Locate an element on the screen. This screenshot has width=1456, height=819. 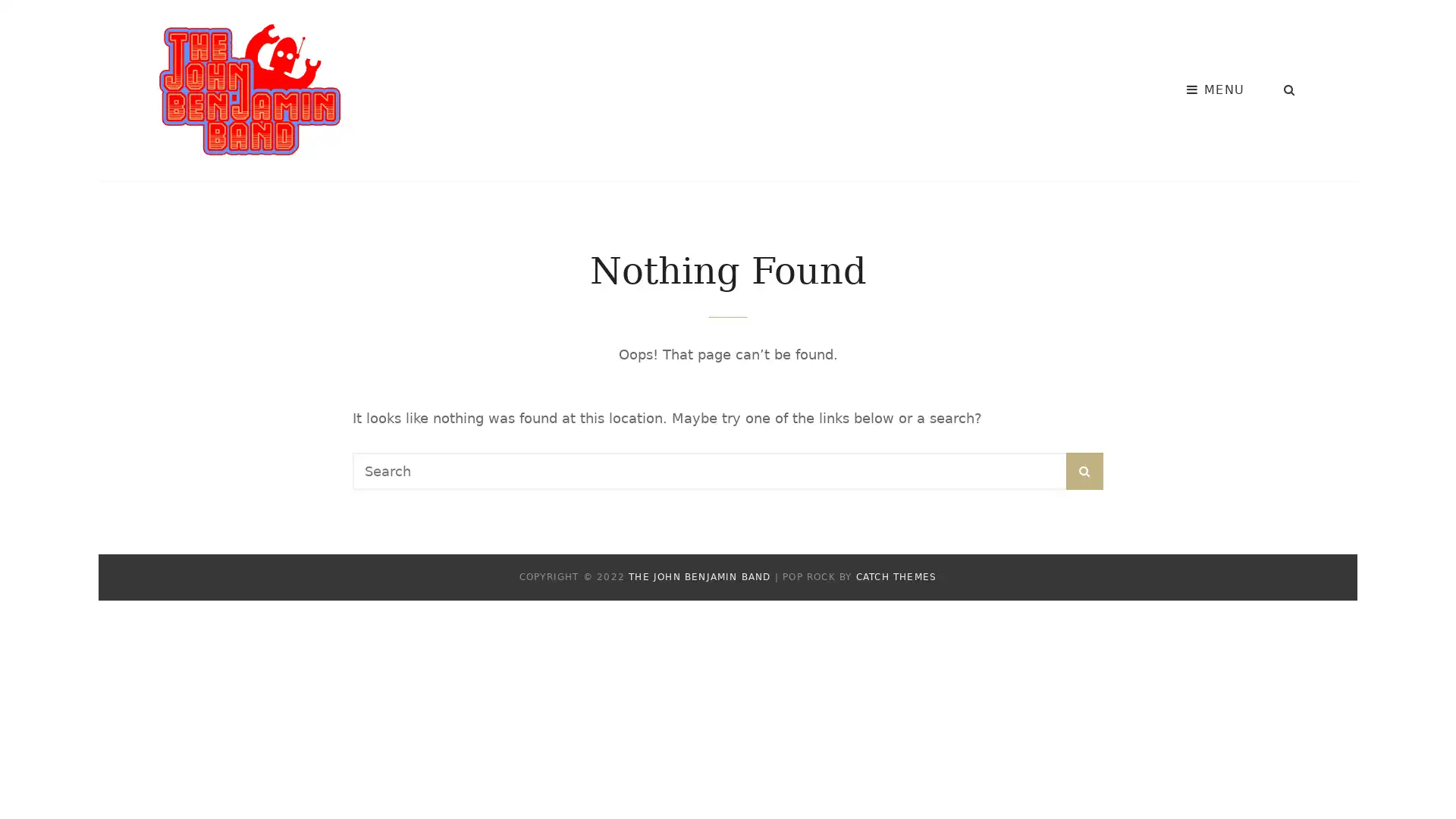
MENU is located at coordinates (1216, 89).